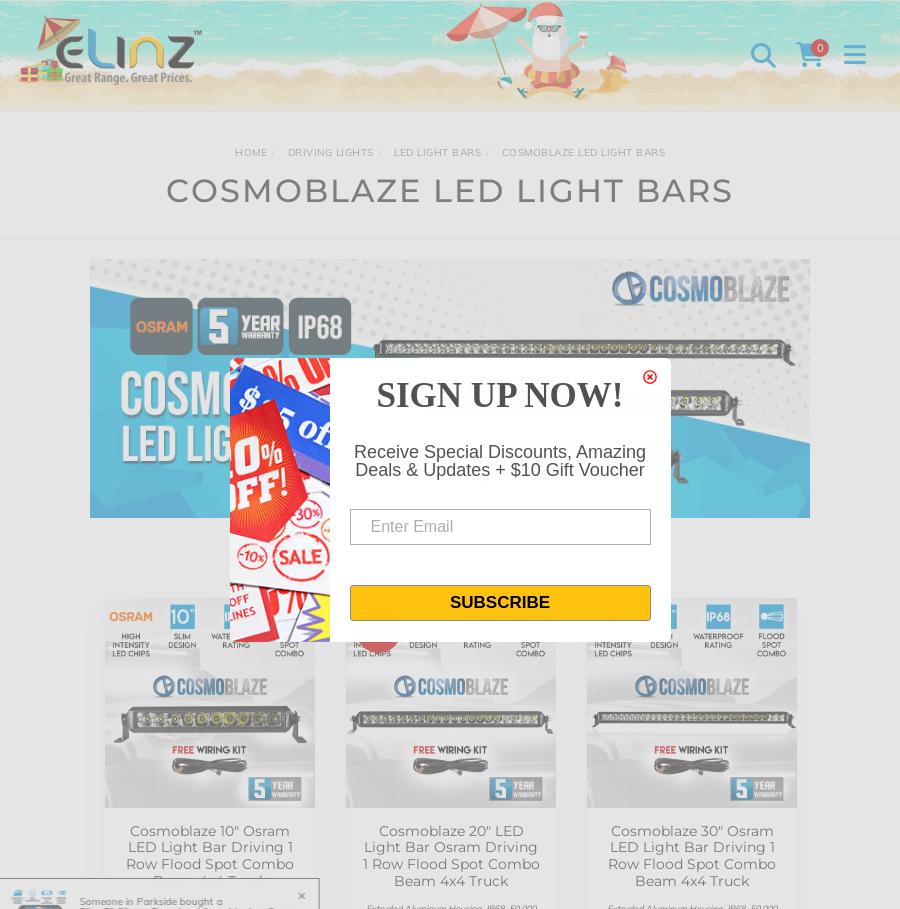 The image size is (900, 909). Describe the element at coordinates (209, 854) in the screenshot. I see `'Cosmoblaze 10" Osram LED Light Bar Driving 1 Row Flood Spot Combo Beam 4x4 Truck'` at that location.